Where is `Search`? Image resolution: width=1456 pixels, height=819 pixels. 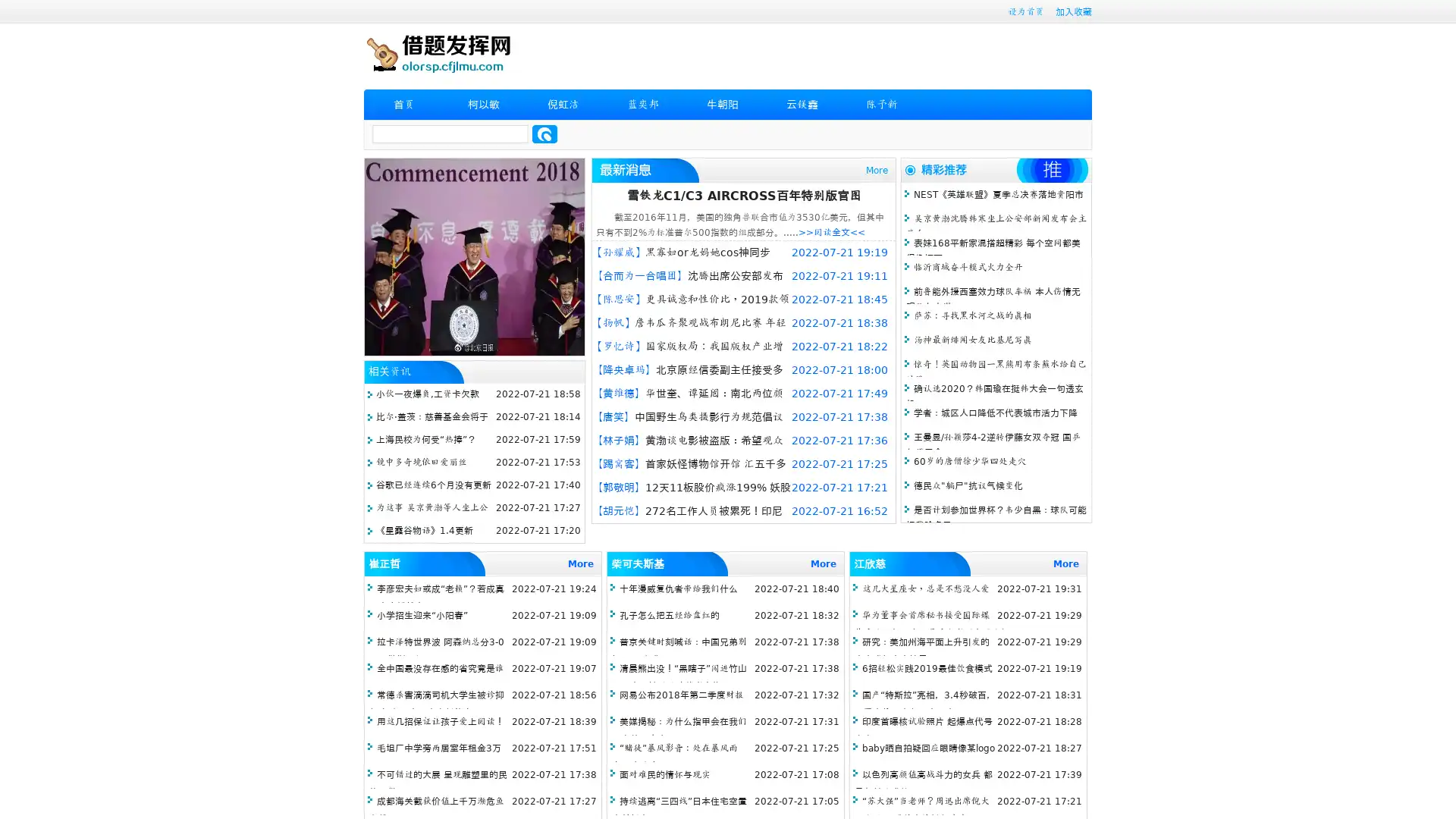
Search is located at coordinates (544, 133).